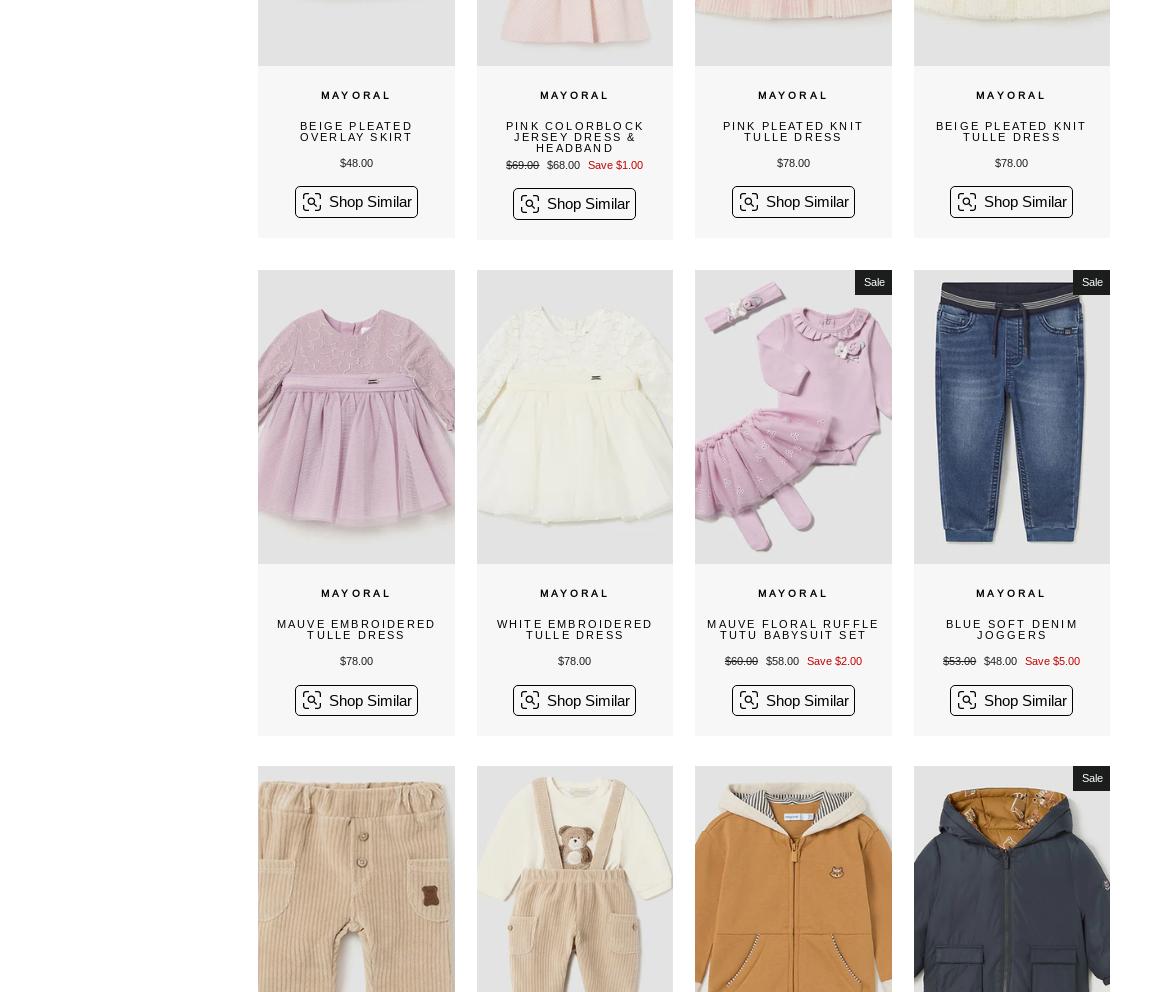 The image size is (1150, 992). I want to click on '$60.00', so click(739, 660).